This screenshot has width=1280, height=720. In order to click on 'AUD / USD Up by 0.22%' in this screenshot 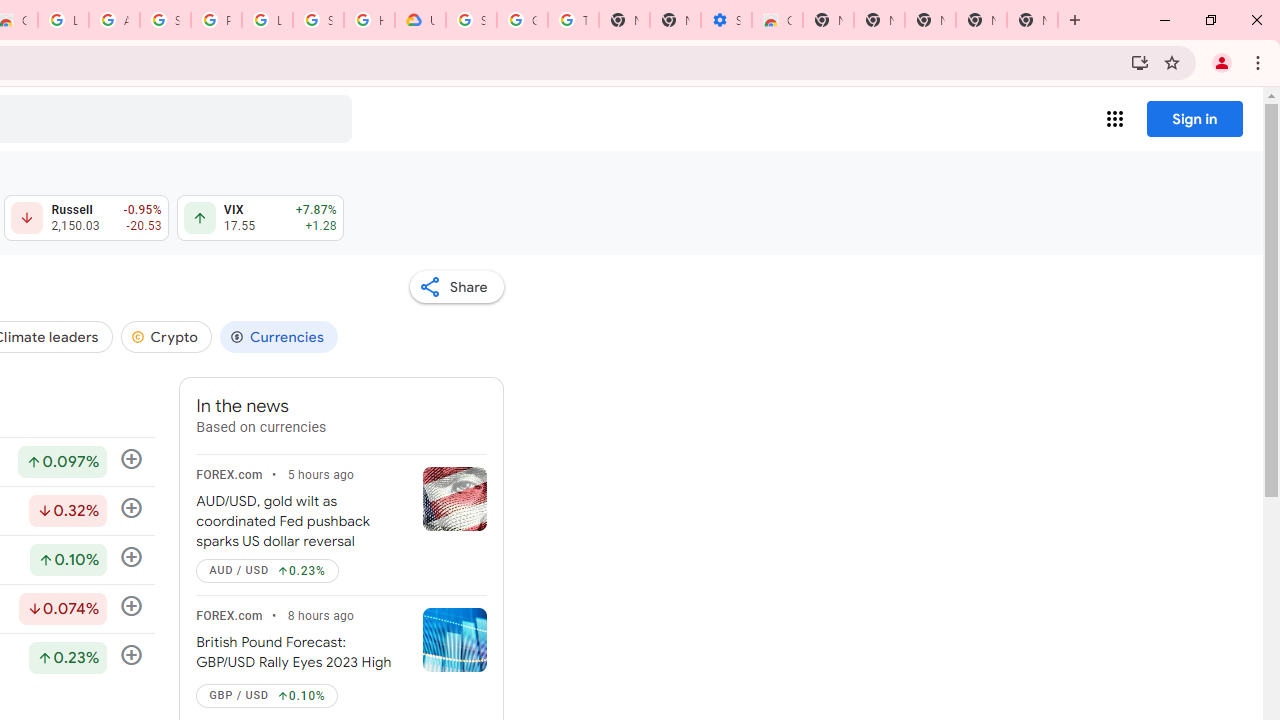, I will do `click(266, 570)`.